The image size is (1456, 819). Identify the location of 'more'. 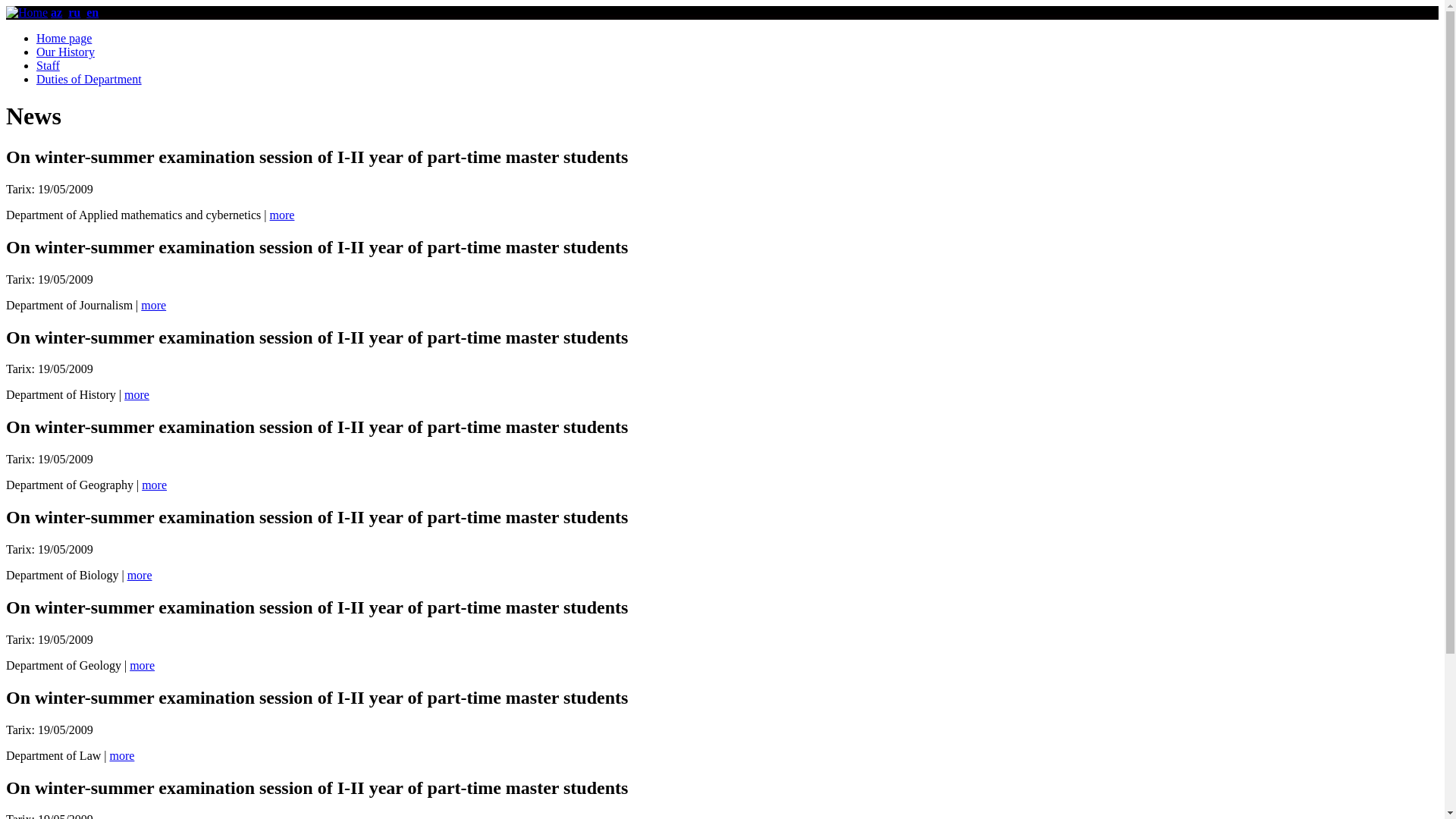
(142, 664).